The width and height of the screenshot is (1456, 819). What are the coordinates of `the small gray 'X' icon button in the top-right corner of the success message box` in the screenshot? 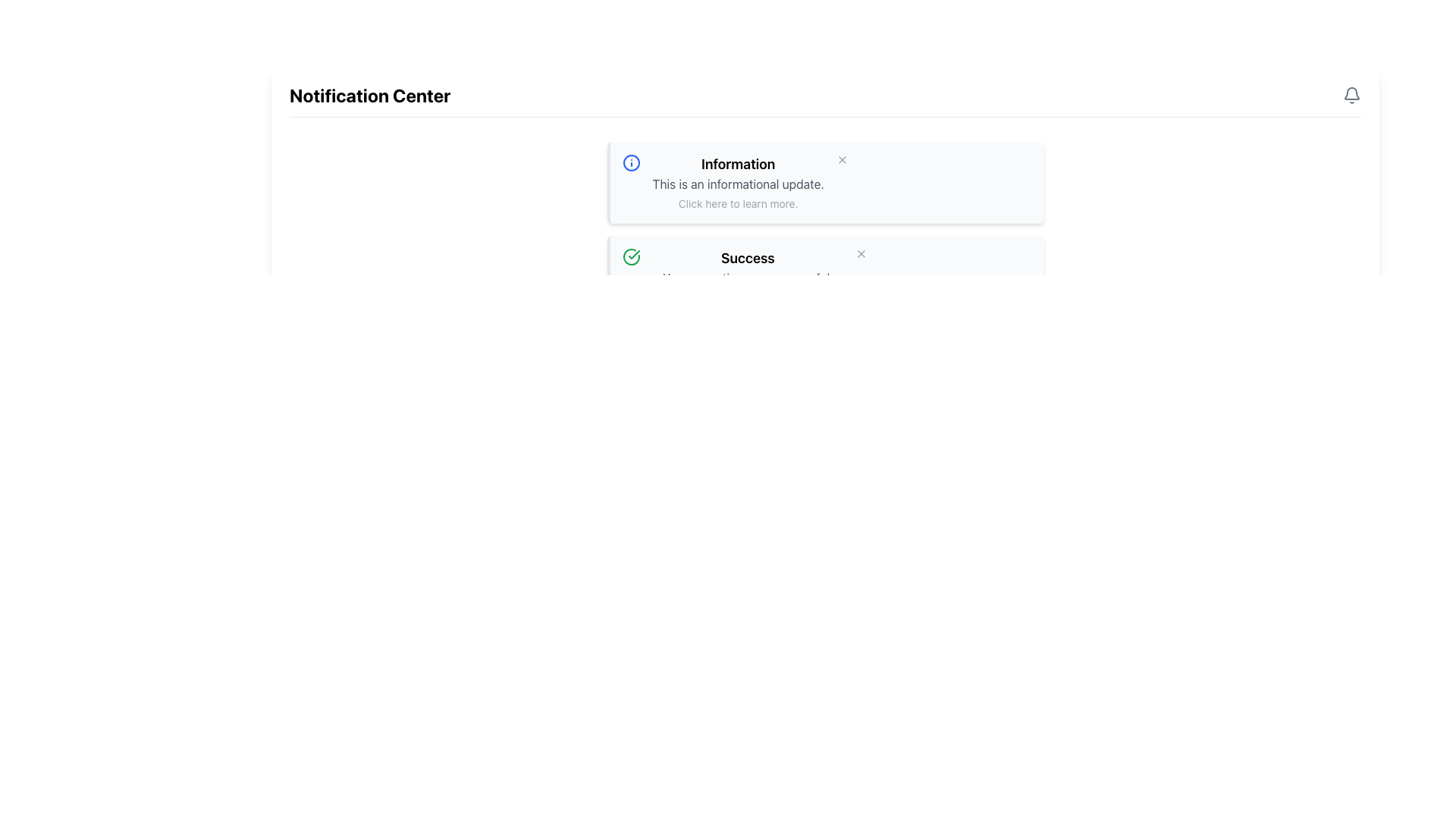 It's located at (861, 253).